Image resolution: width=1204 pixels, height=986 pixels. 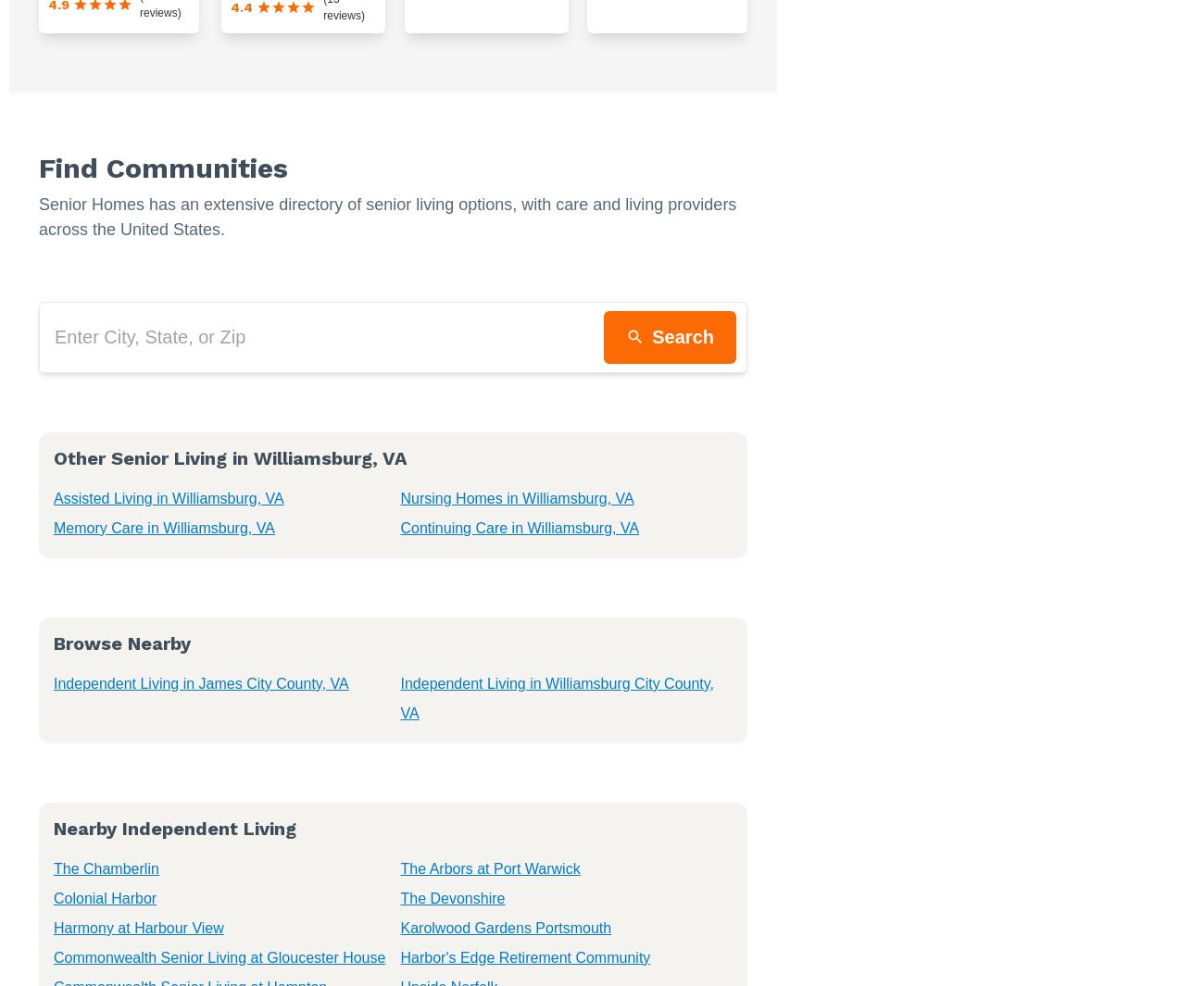 What do you see at coordinates (515, 497) in the screenshot?
I see `'Nursing Homes in Williamsburg, VA'` at bounding box center [515, 497].